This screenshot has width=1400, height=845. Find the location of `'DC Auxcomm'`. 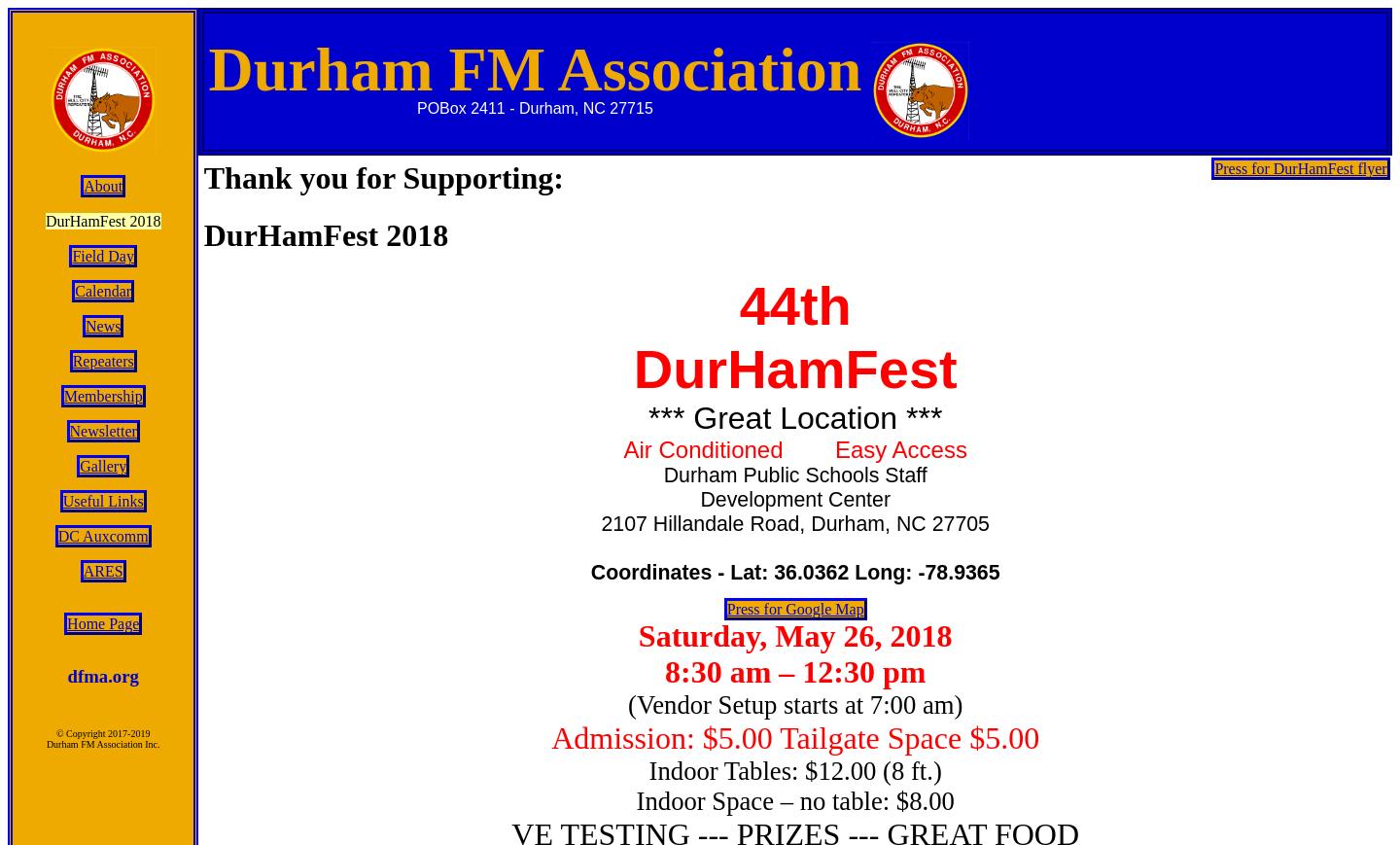

'DC Auxcomm' is located at coordinates (56, 536).